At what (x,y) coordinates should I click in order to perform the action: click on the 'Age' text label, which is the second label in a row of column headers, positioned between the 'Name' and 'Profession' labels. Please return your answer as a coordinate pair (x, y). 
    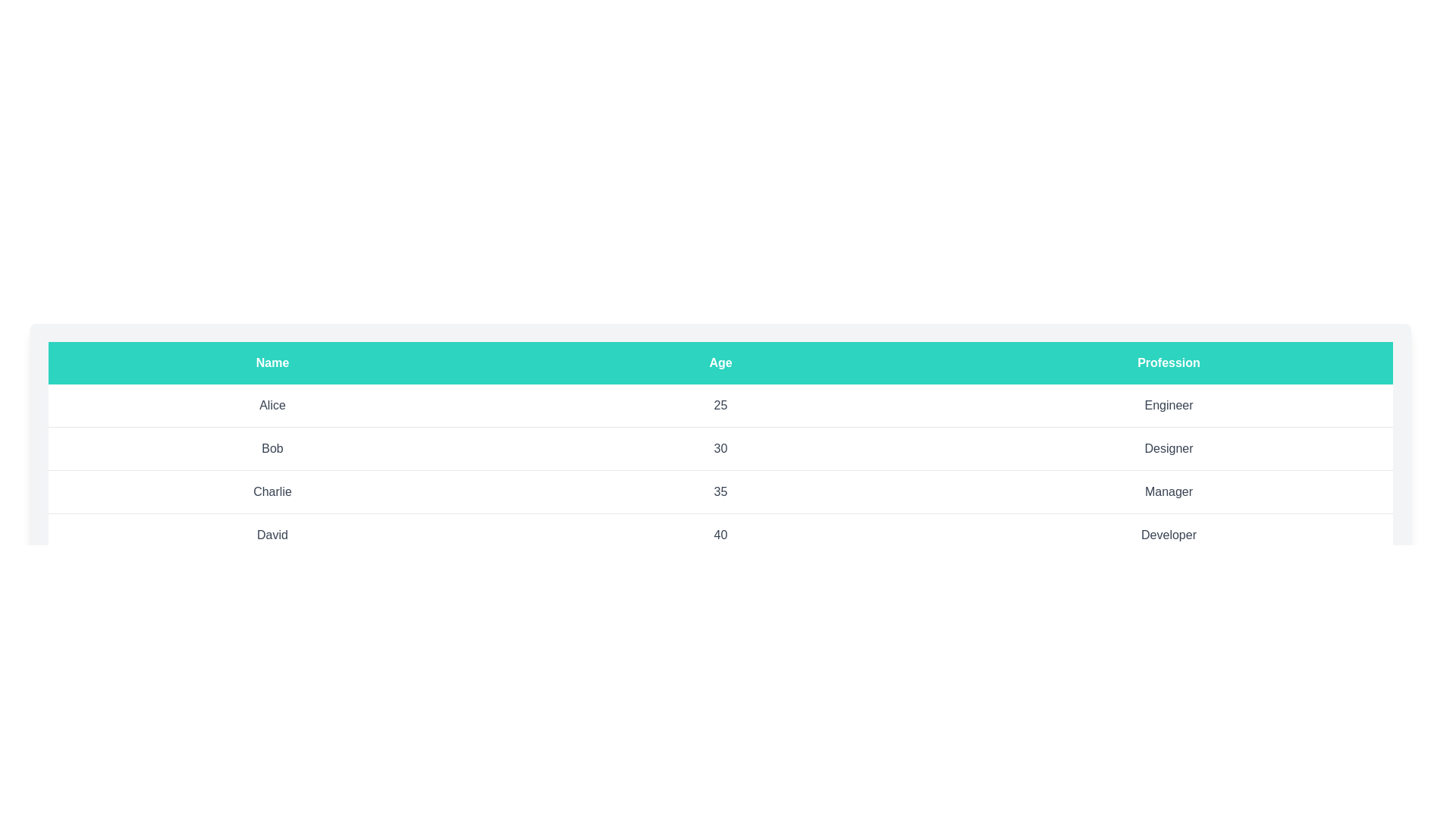
    Looking at the image, I should click on (720, 362).